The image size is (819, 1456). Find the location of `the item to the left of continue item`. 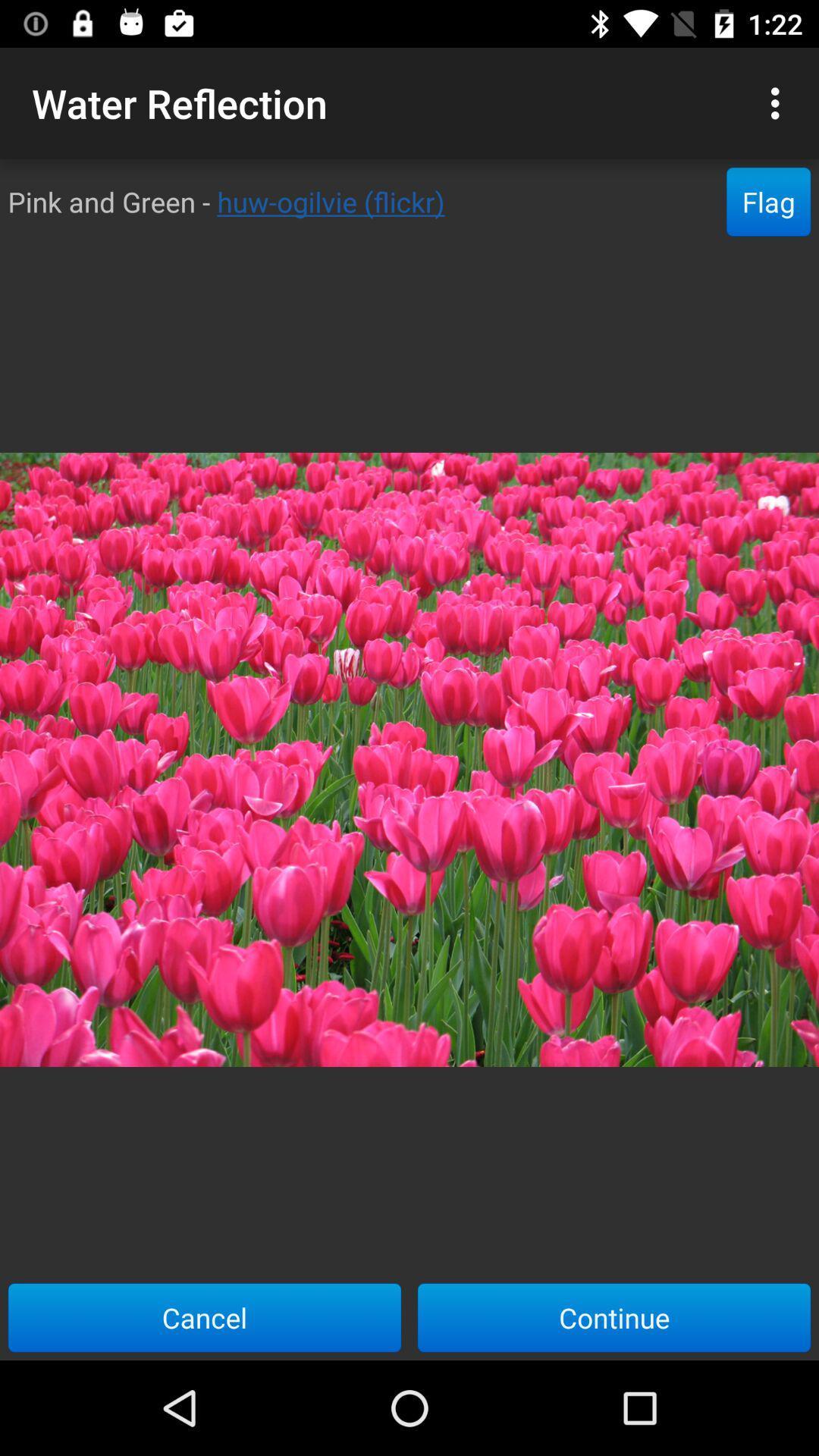

the item to the left of continue item is located at coordinates (205, 1316).